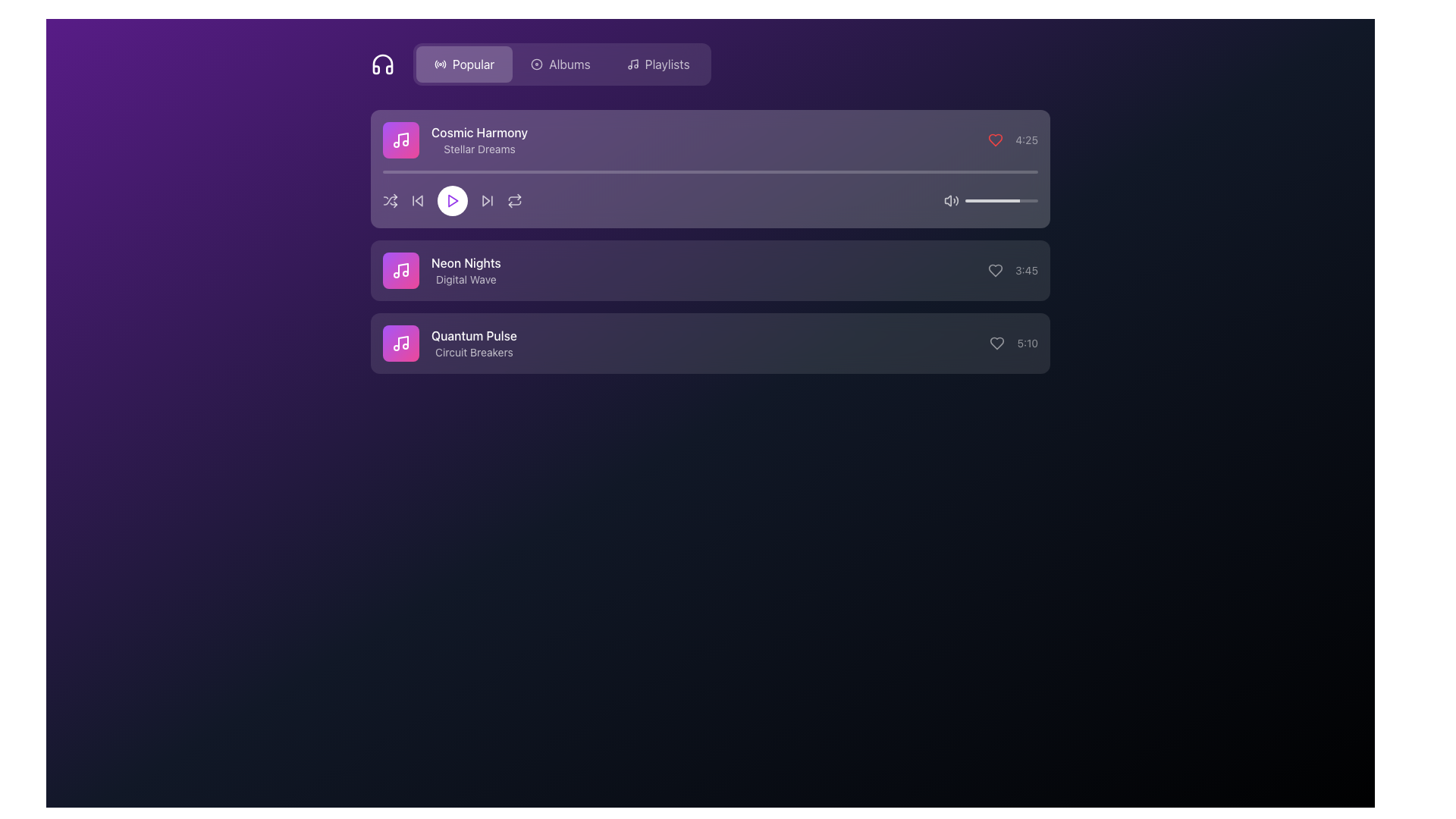  I want to click on the 'Playlists' text label that is displayed in a light-colored font on a dark purple background, located in the navigation bar of the upper section of the interface, so click(667, 63).